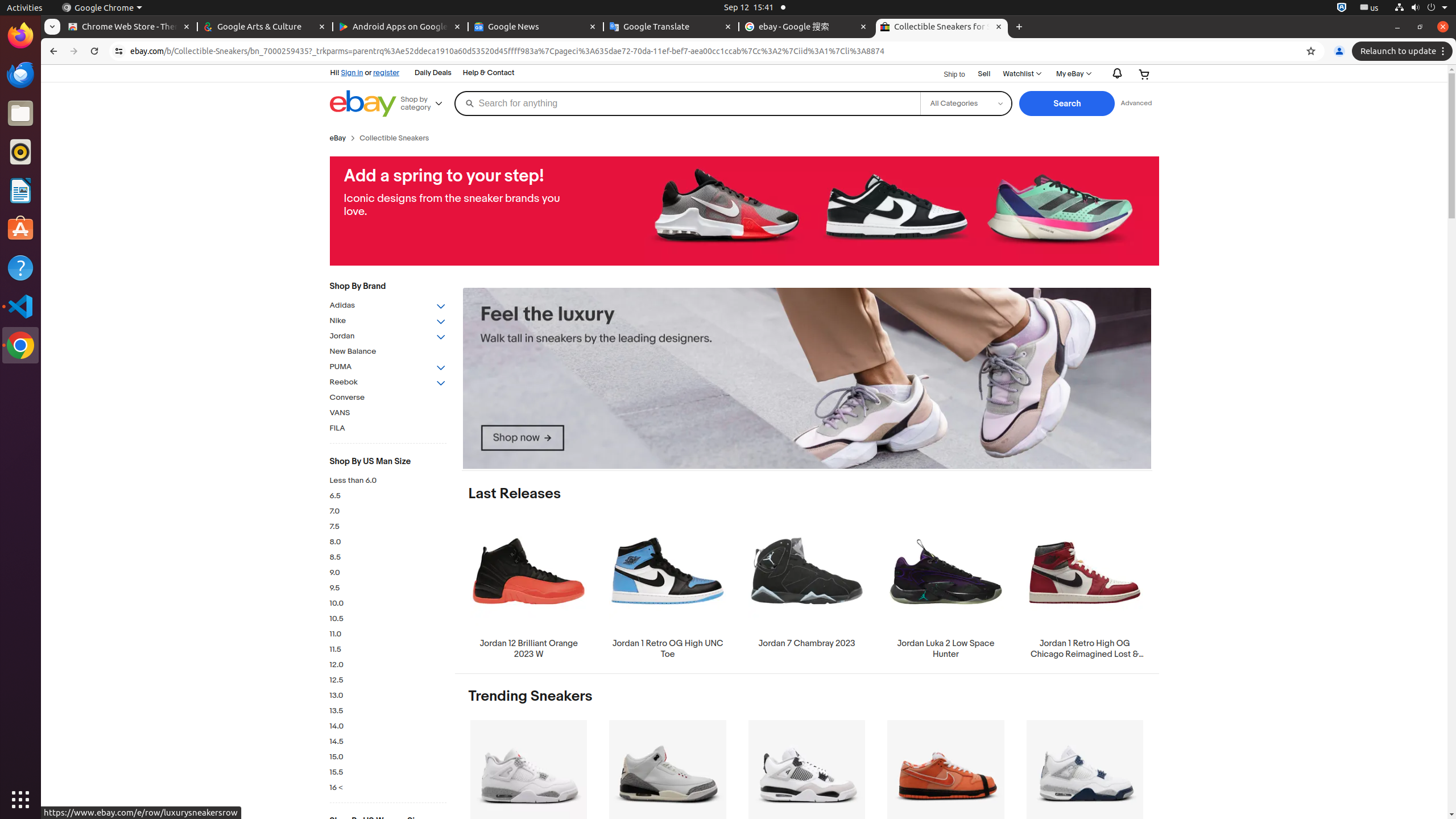 This screenshot has width=1456, height=819. What do you see at coordinates (264, 26) in the screenshot?
I see `'Google Arts & Culture - Memory usage - 58.2 MB'` at bounding box center [264, 26].